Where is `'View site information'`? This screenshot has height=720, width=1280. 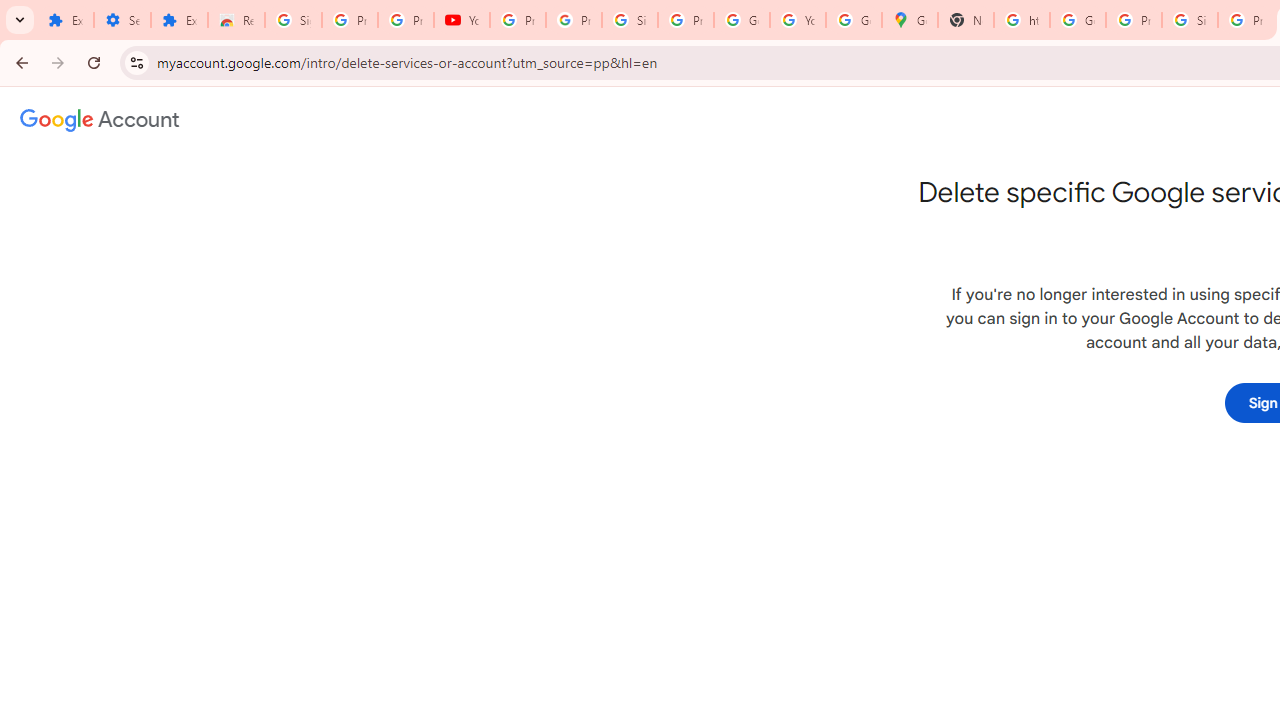 'View site information' is located at coordinates (135, 61).